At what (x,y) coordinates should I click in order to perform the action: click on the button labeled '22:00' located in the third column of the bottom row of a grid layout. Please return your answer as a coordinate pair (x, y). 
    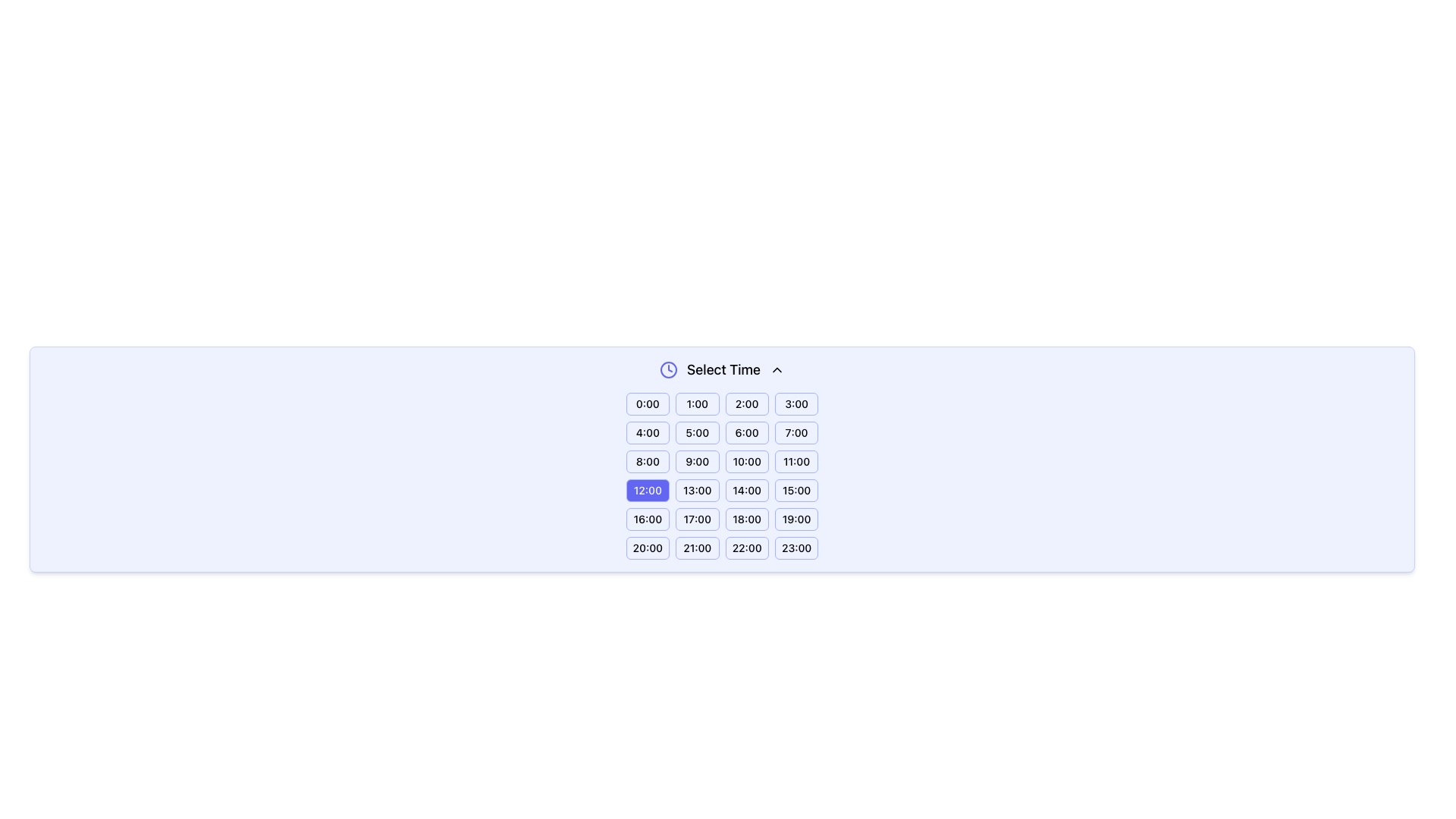
    Looking at the image, I should click on (747, 548).